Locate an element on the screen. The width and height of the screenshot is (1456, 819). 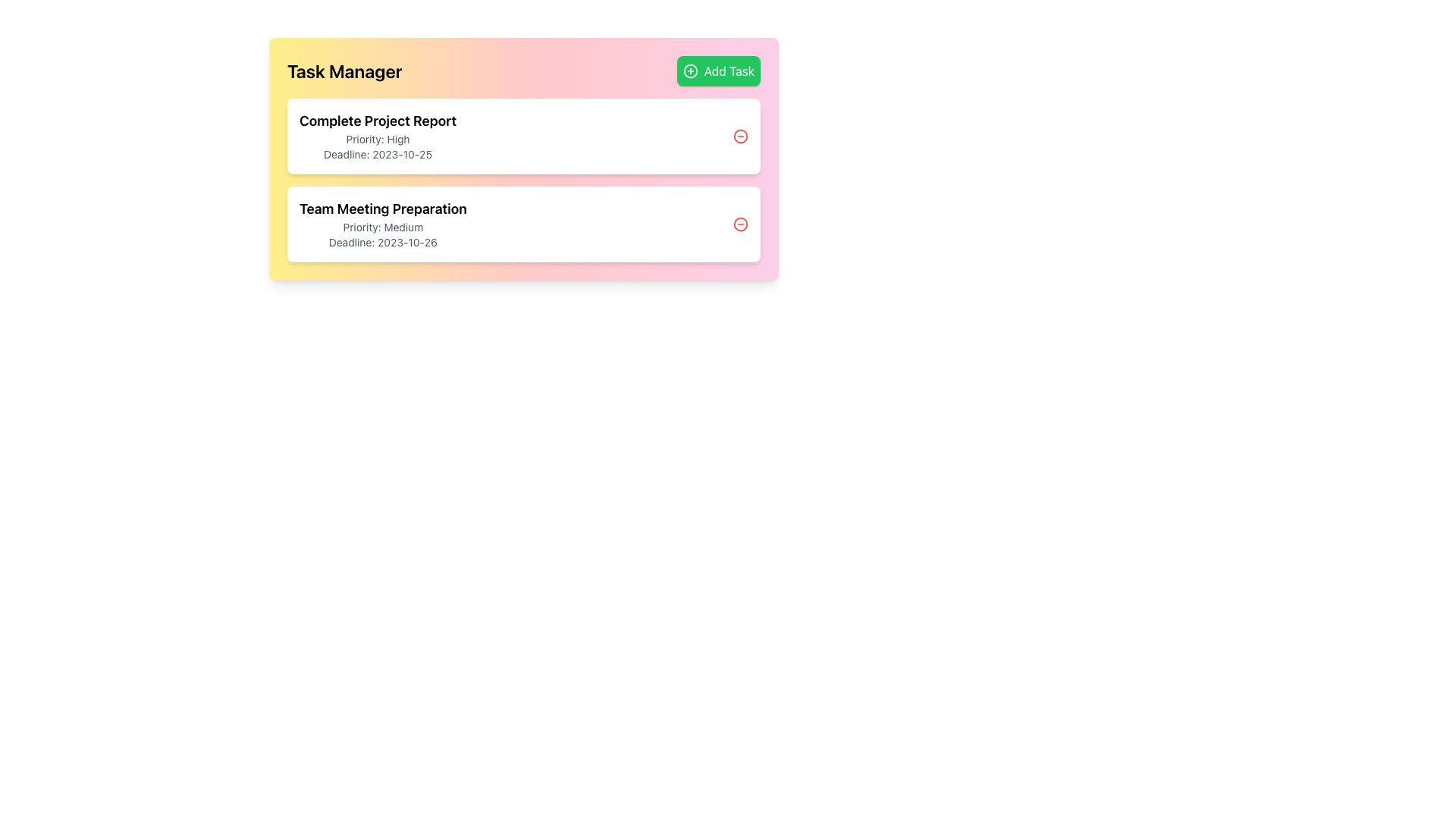
the deletion button for the task 'Team Meeting Preparation' is located at coordinates (741, 224).